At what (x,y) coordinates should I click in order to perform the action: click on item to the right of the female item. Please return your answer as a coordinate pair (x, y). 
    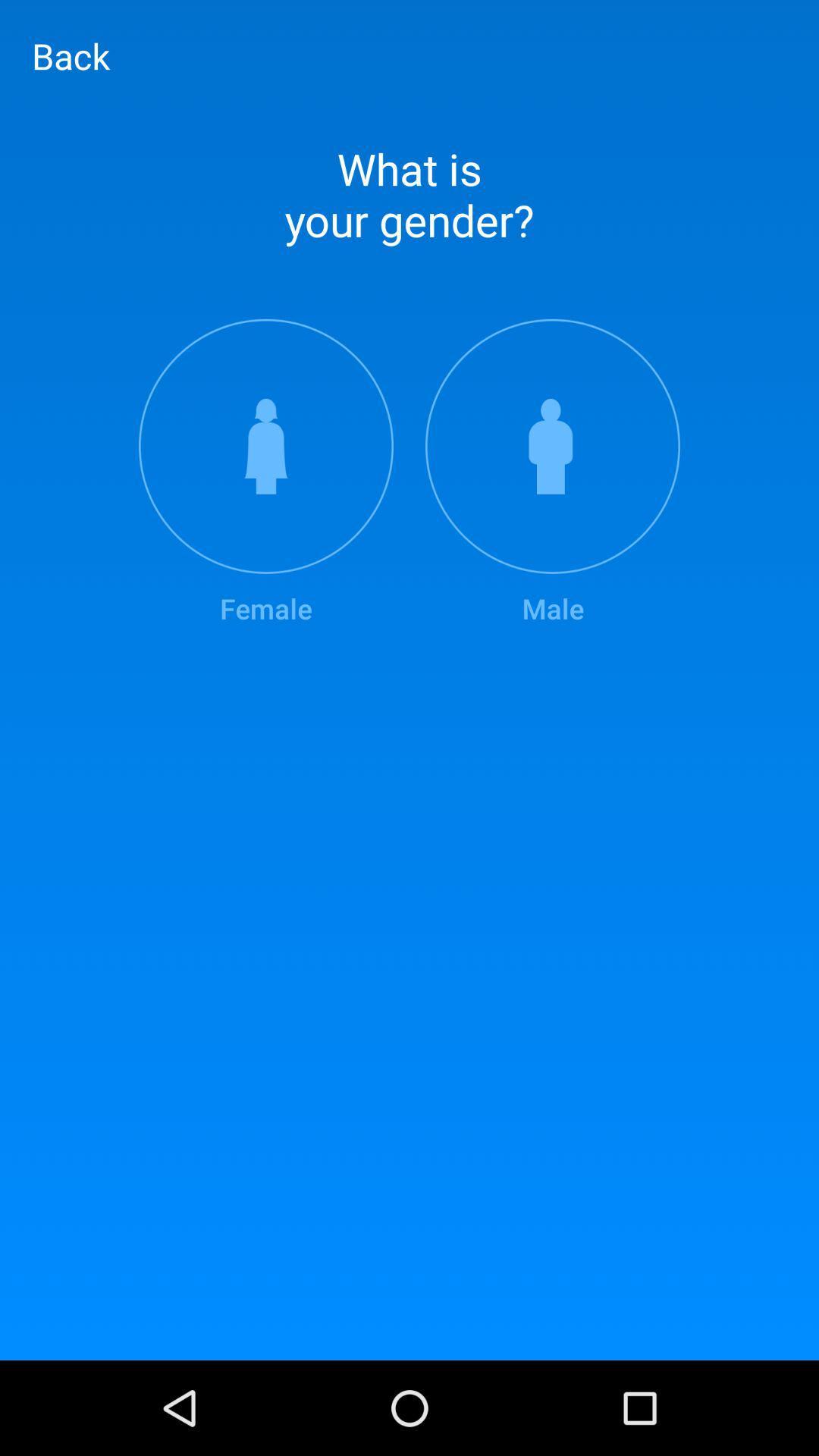
    Looking at the image, I should click on (553, 472).